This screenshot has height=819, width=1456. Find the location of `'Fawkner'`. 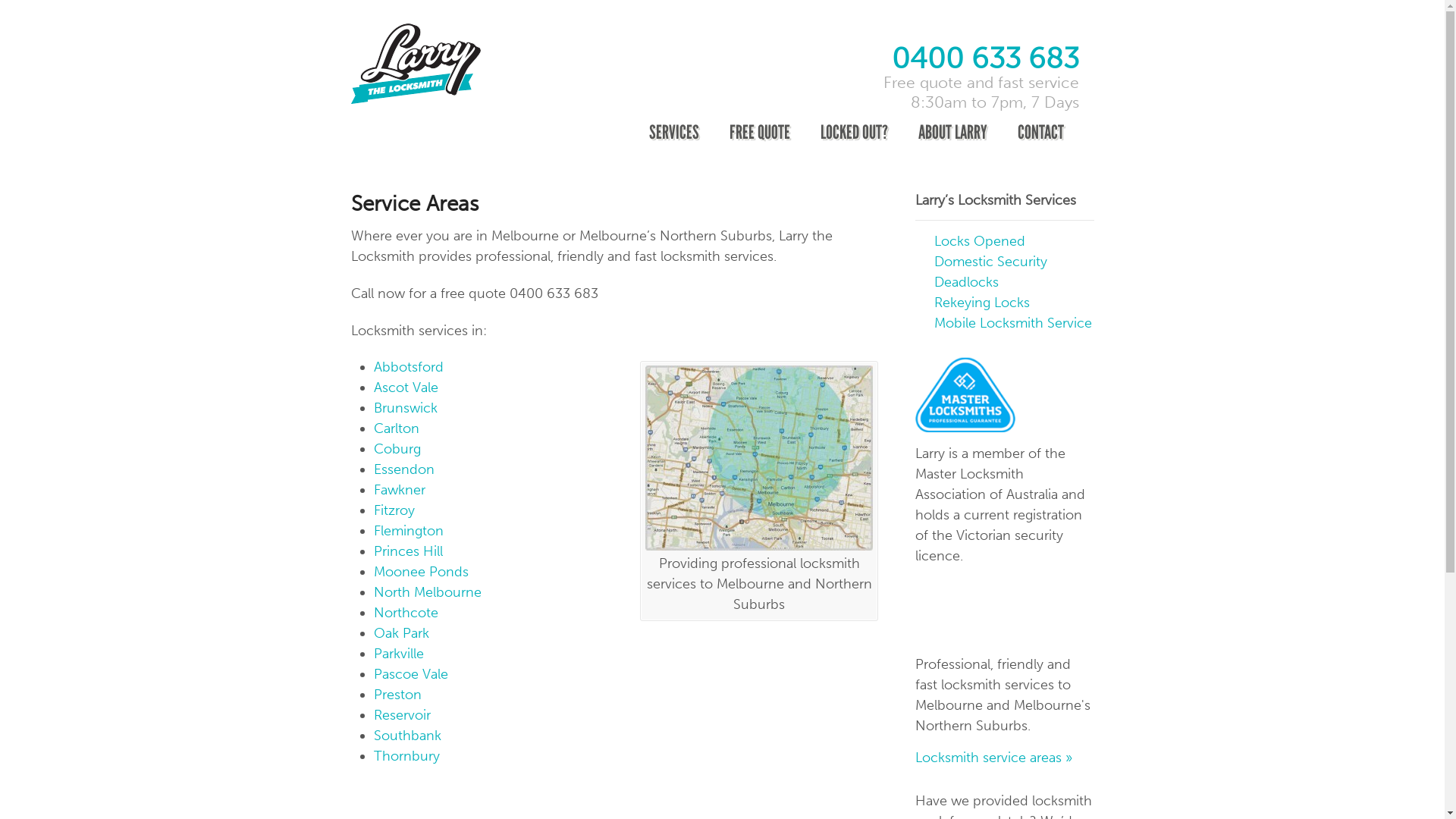

'Fawkner' is located at coordinates (399, 489).